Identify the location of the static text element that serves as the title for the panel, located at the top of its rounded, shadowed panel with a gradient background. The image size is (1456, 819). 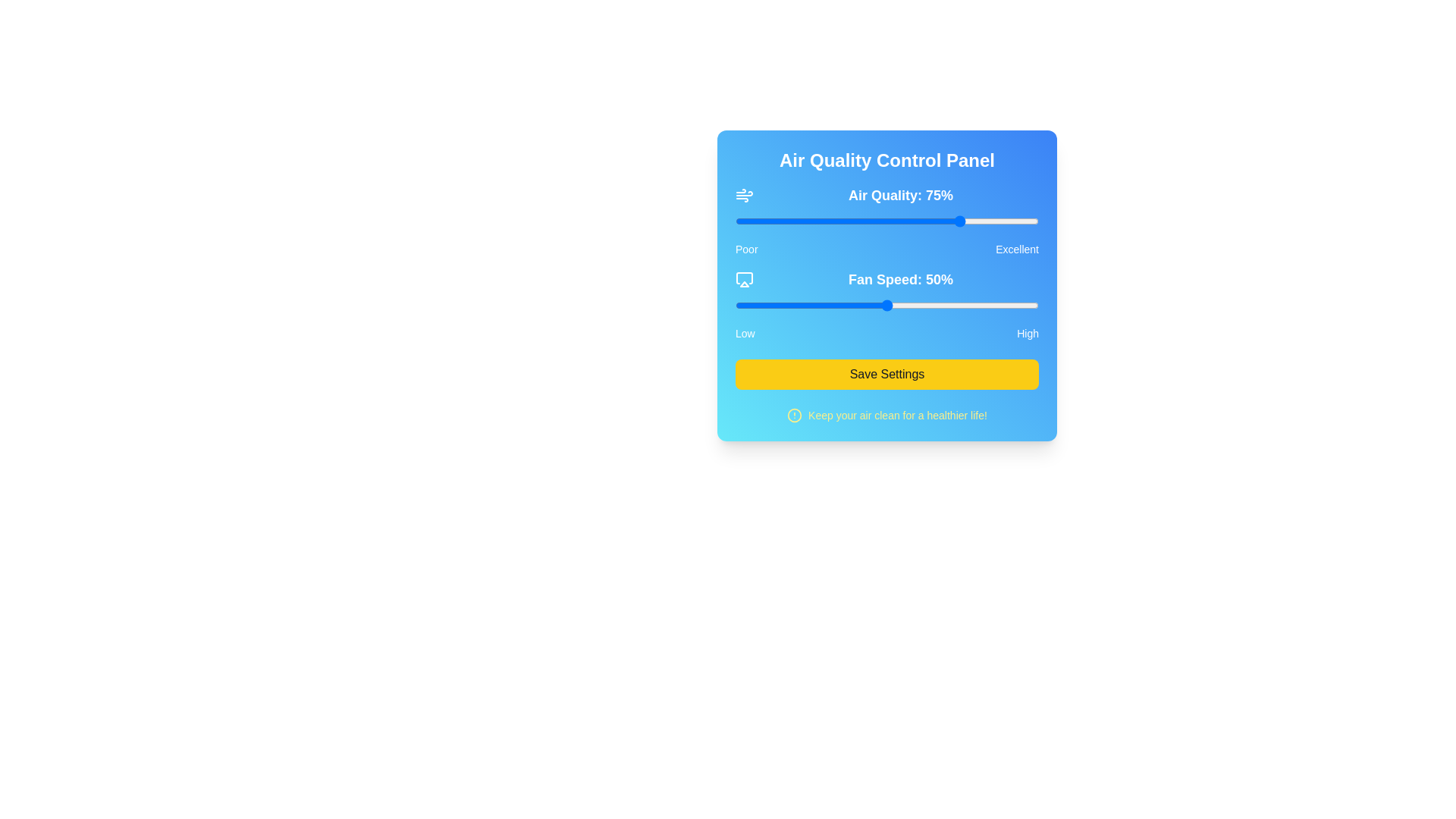
(887, 161).